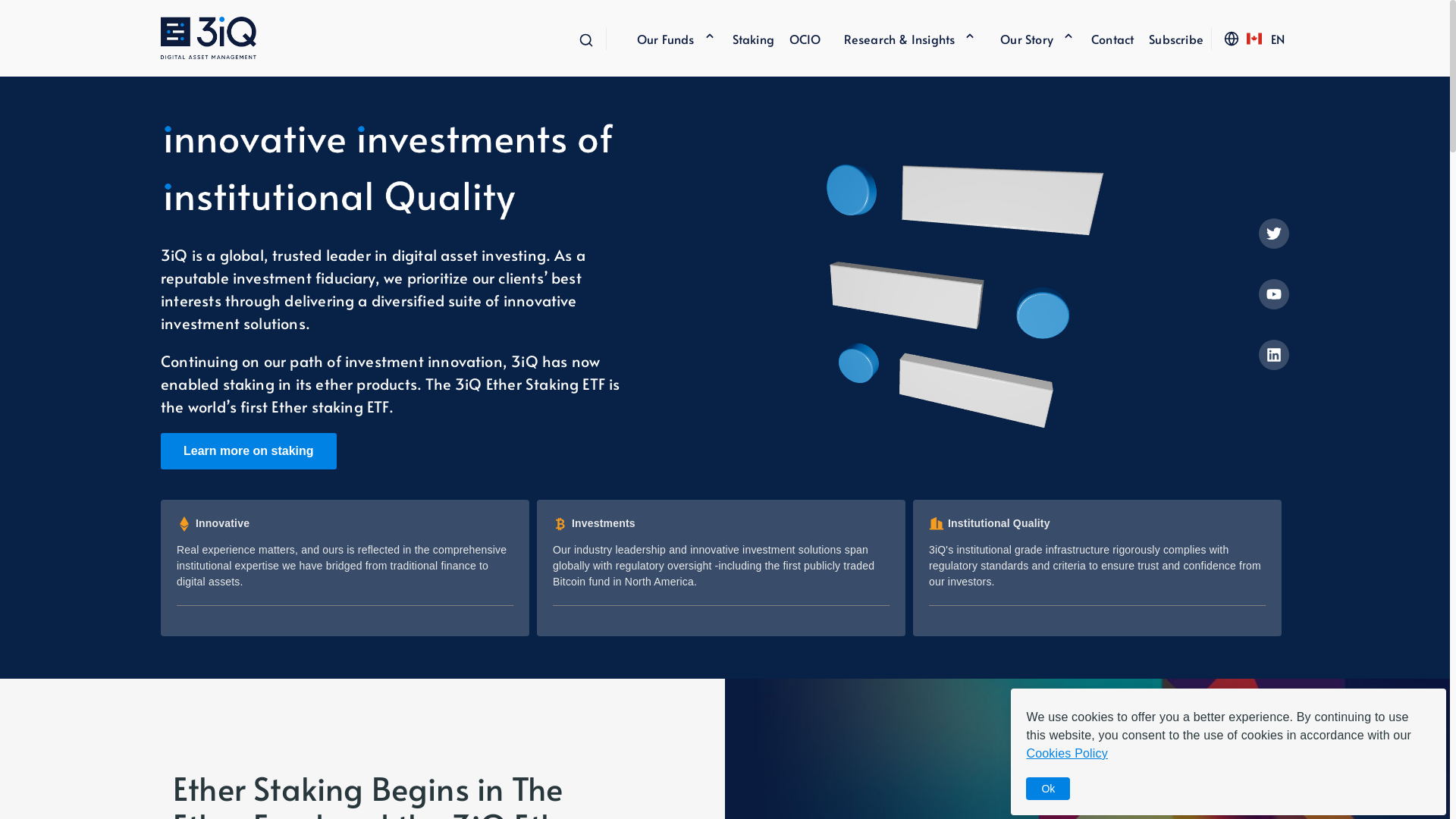 The width and height of the screenshot is (1456, 819). I want to click on 'Learn more on staking', so click(160, 450).